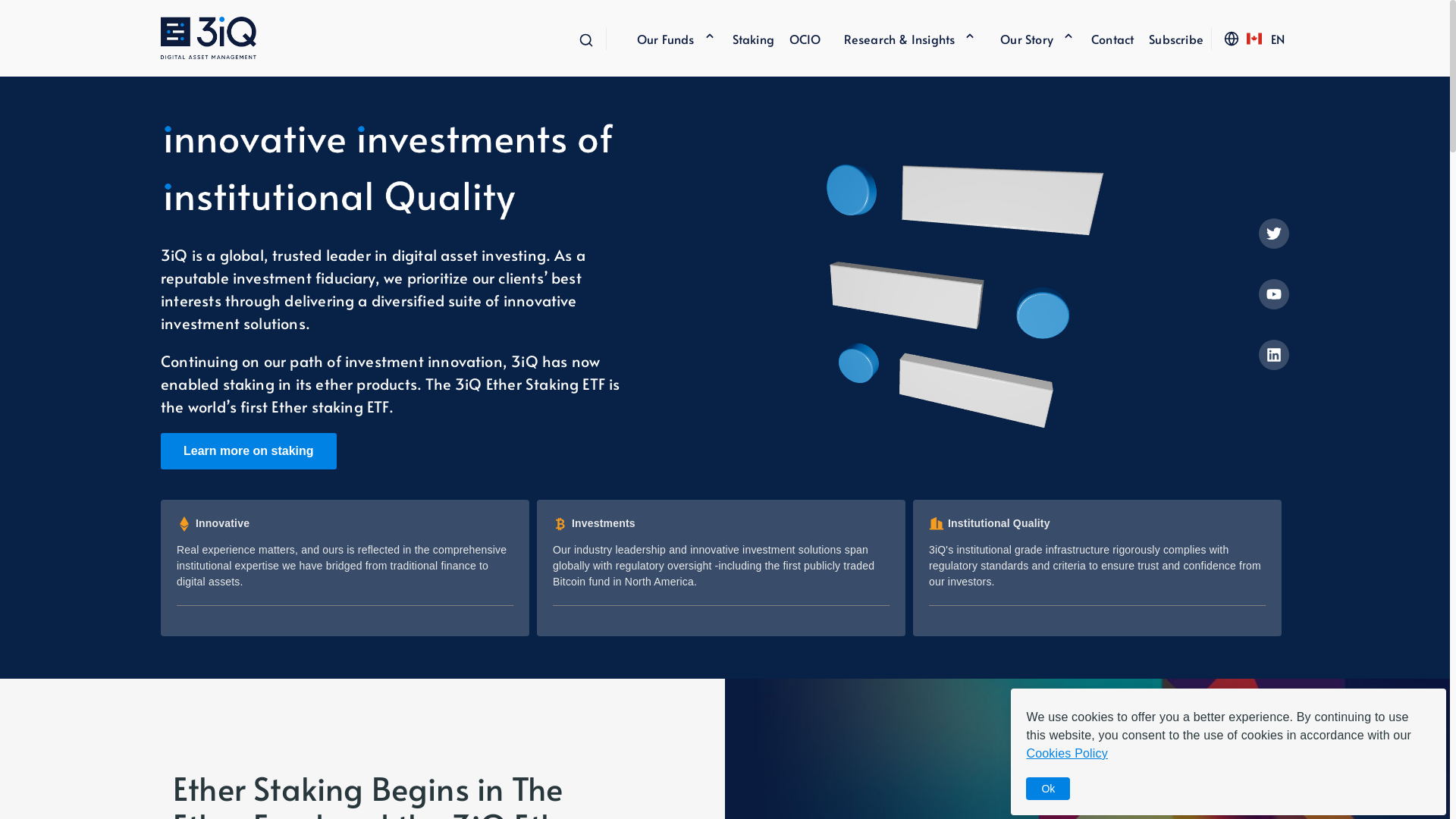 The width and height of the screenshot is (1456, 819). I want to click on 'Learn more on staking', so click(160, 450).